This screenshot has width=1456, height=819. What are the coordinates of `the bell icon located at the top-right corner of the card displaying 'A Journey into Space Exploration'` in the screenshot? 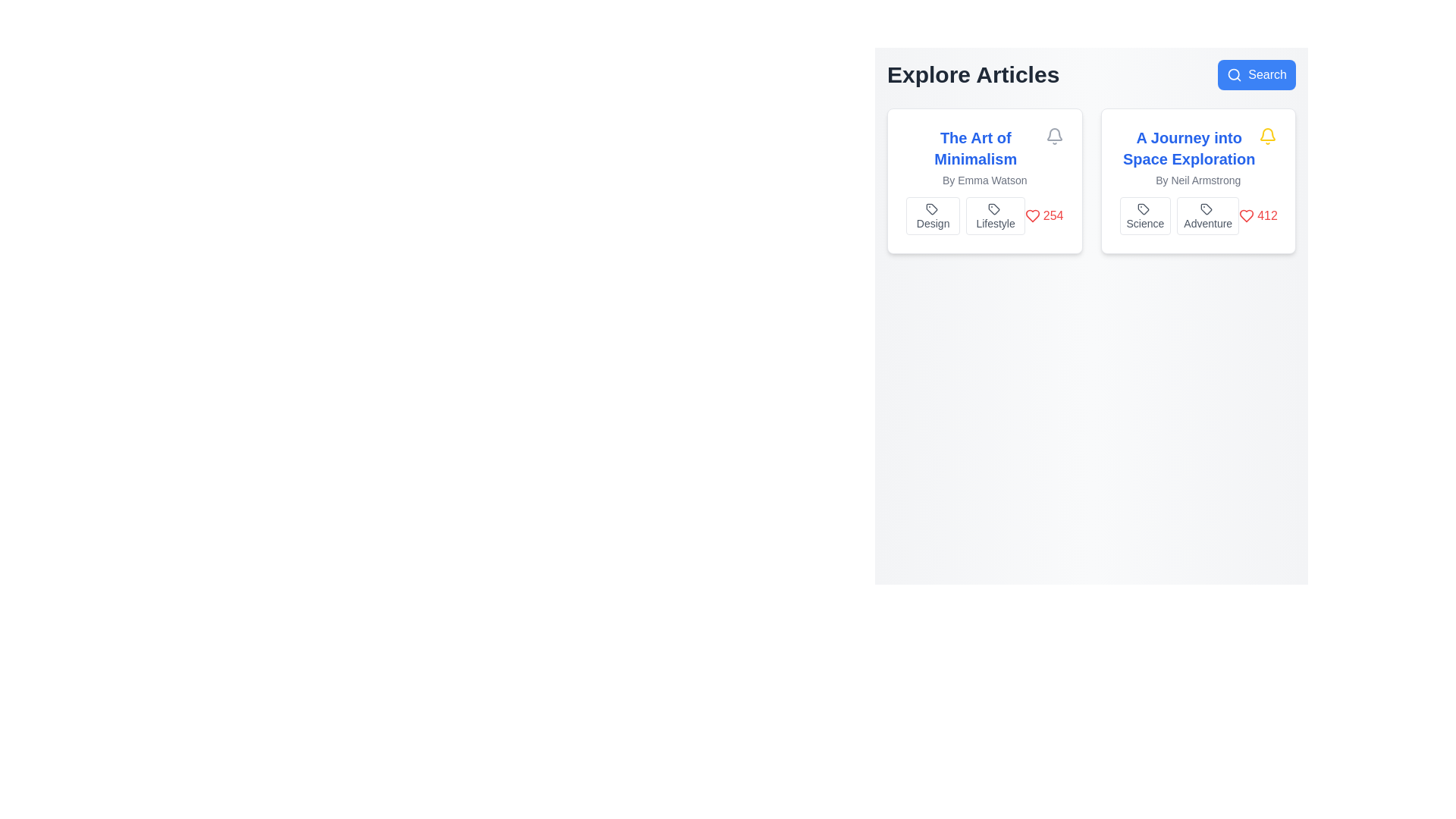 It's located at (1267, 136).